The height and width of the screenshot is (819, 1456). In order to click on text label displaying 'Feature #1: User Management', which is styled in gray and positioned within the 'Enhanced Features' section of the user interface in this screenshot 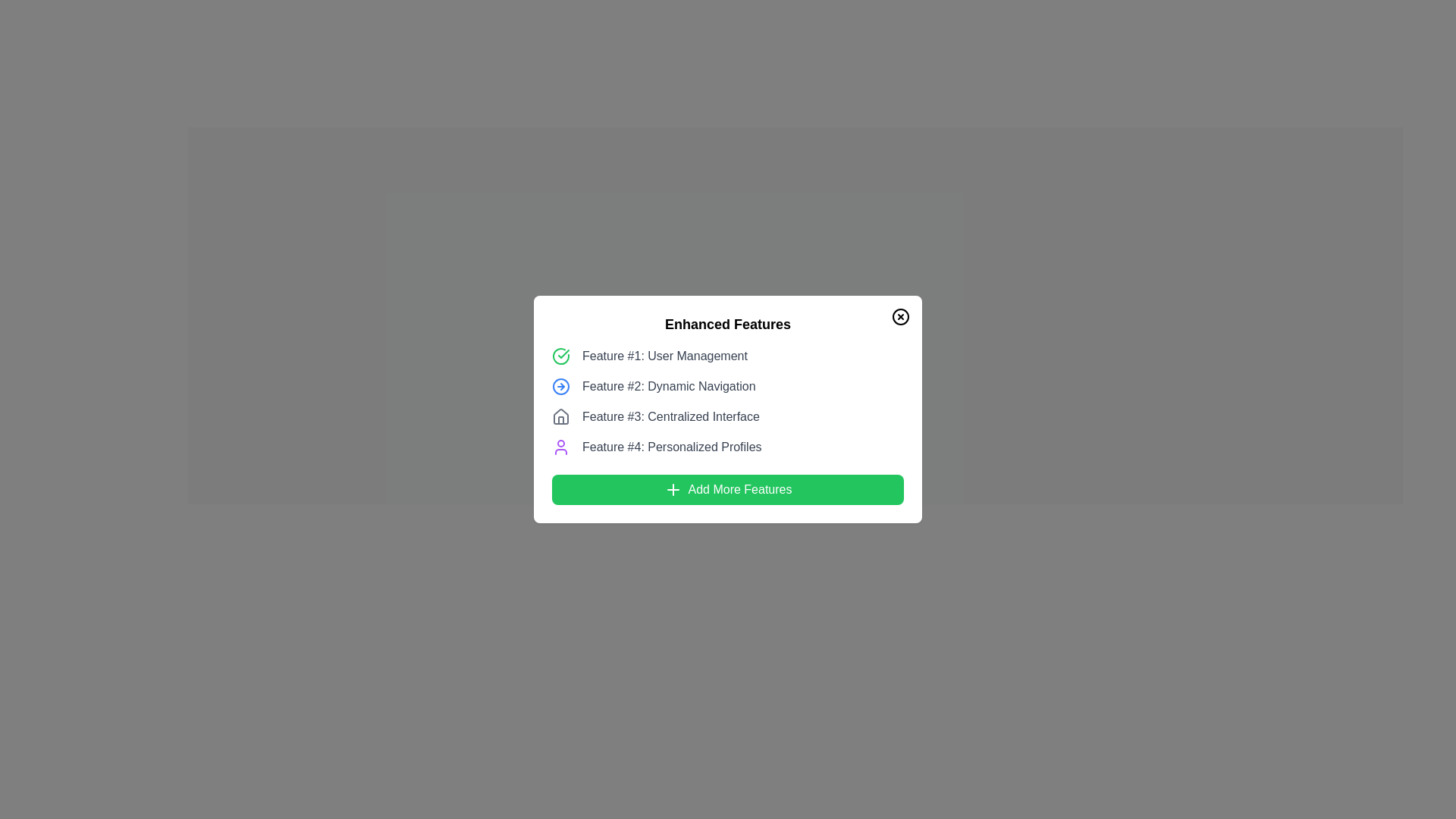, I will do `click(664, 356)`.